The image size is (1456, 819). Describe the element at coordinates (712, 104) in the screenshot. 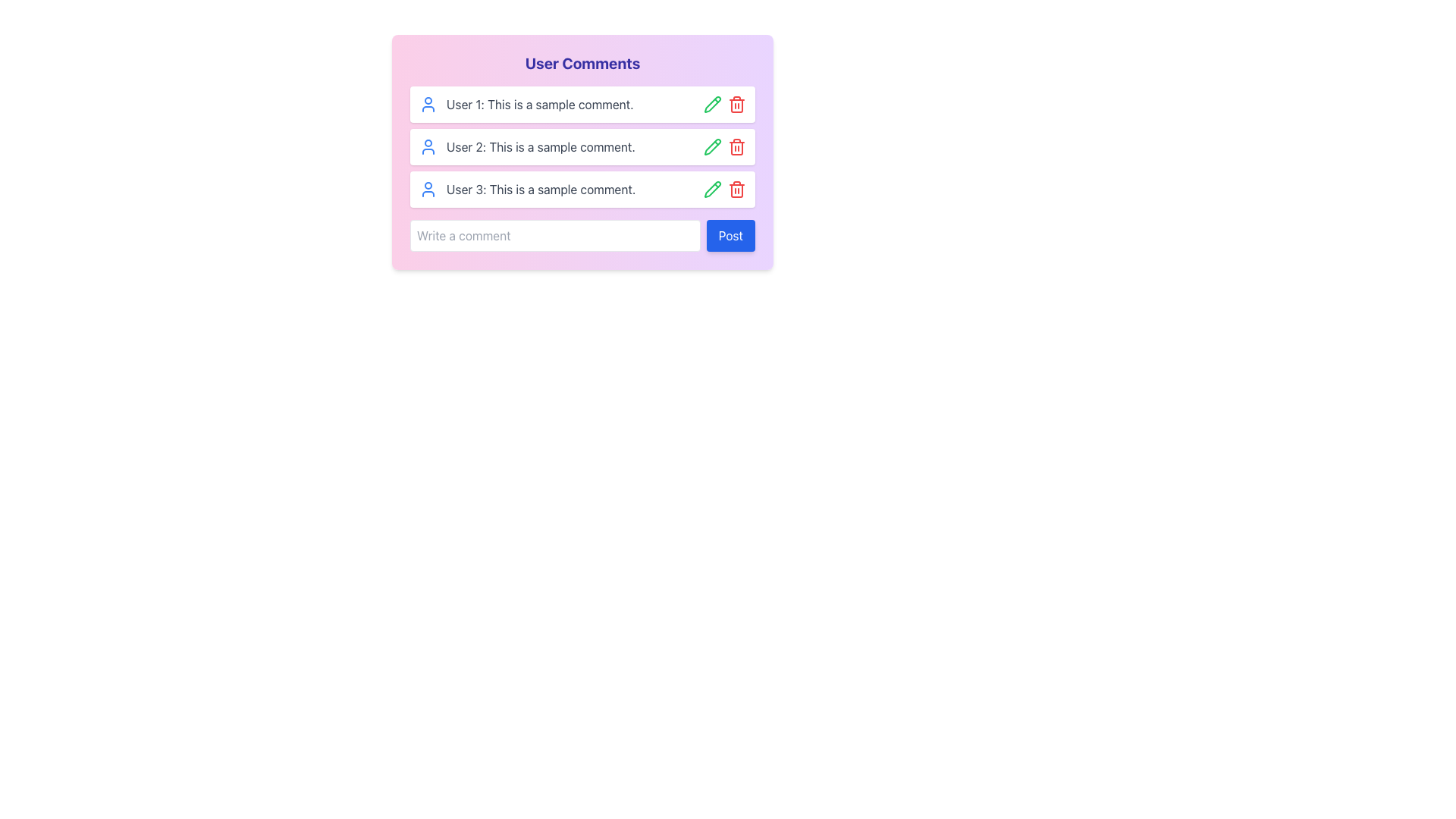

I see `the green pencil icon button located on the right side of the row for 'User 1: This is a sample comment.' to initiate editing` at that location.